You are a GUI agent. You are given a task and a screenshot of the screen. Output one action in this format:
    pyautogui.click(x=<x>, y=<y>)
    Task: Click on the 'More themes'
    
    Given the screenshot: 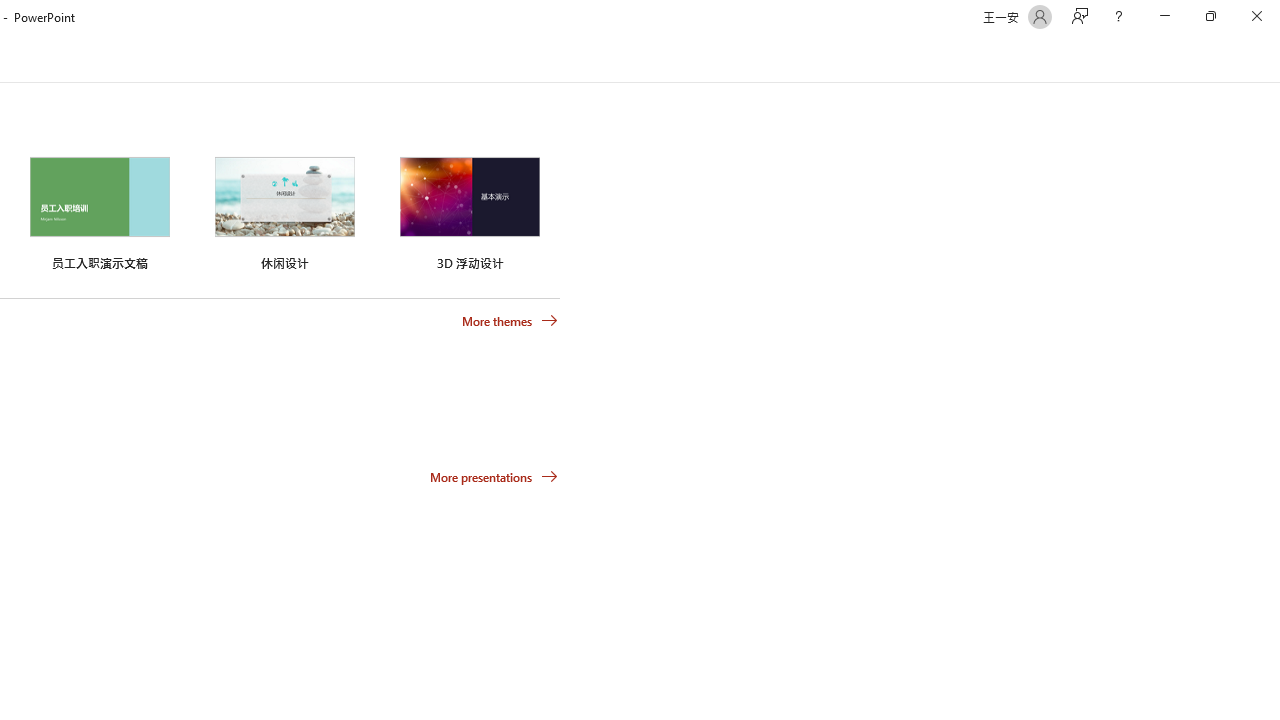 What is the action you would take?
    pyautogui.click(x=510, y=320)
    